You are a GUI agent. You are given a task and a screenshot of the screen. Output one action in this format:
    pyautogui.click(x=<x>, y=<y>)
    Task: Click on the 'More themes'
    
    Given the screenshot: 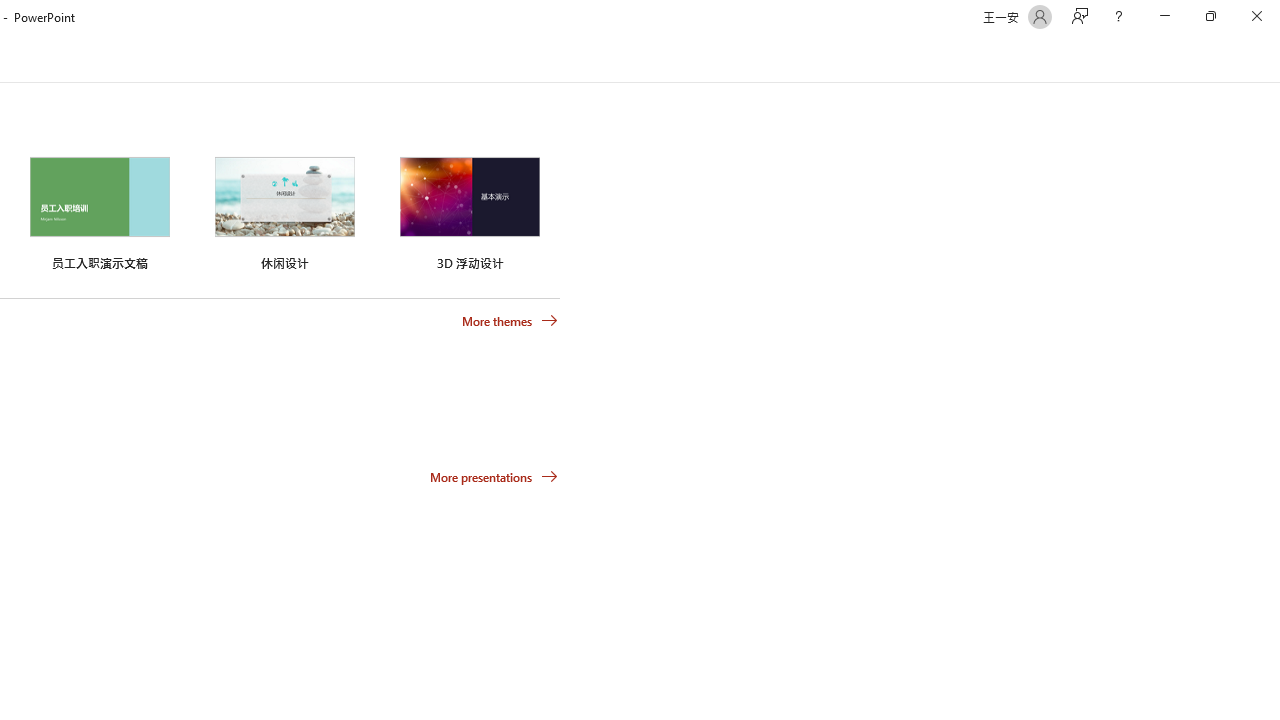 What is the action you would take?
    pyautogui.click(x=510, y=320)
    